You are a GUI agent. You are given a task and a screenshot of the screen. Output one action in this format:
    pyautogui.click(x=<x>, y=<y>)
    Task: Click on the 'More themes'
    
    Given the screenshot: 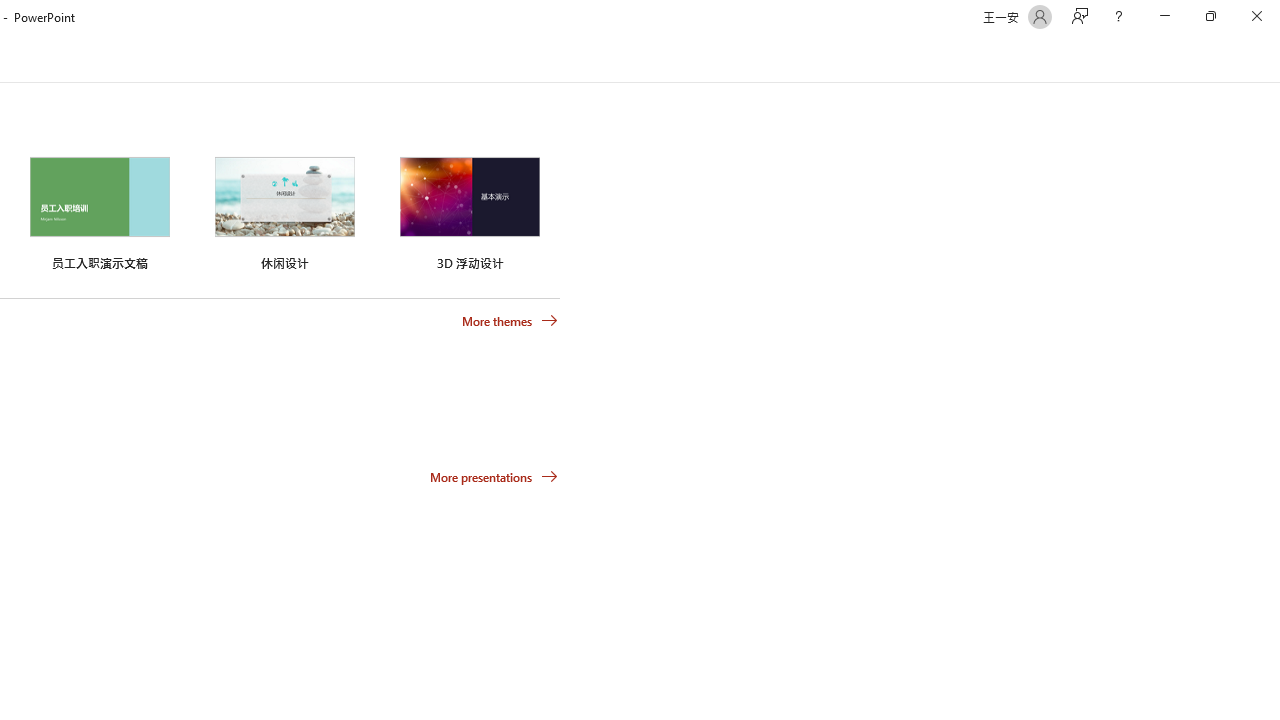 What is the action you would take?
    pyautogui.click(x=510, y=320)
    